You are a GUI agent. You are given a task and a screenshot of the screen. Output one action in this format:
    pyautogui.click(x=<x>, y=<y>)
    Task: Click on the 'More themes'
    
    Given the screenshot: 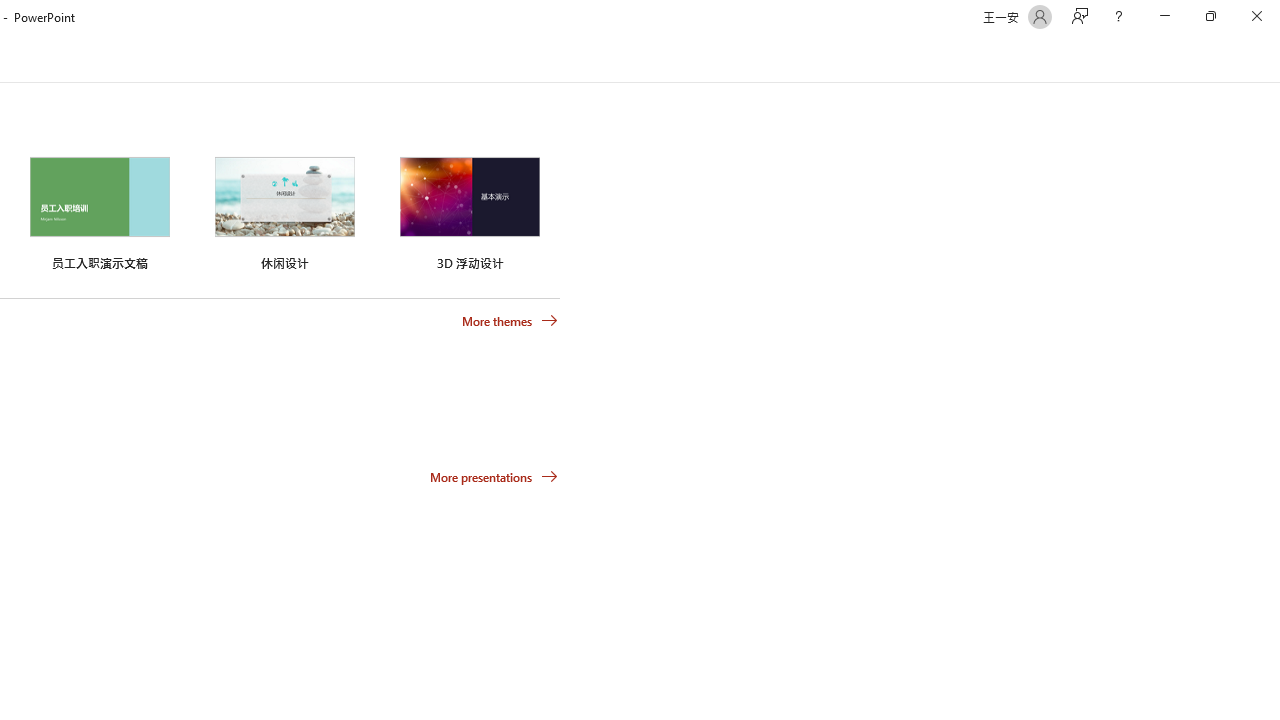 What is the action you would take?
    pyautogui.click(x=510, y=320)
    